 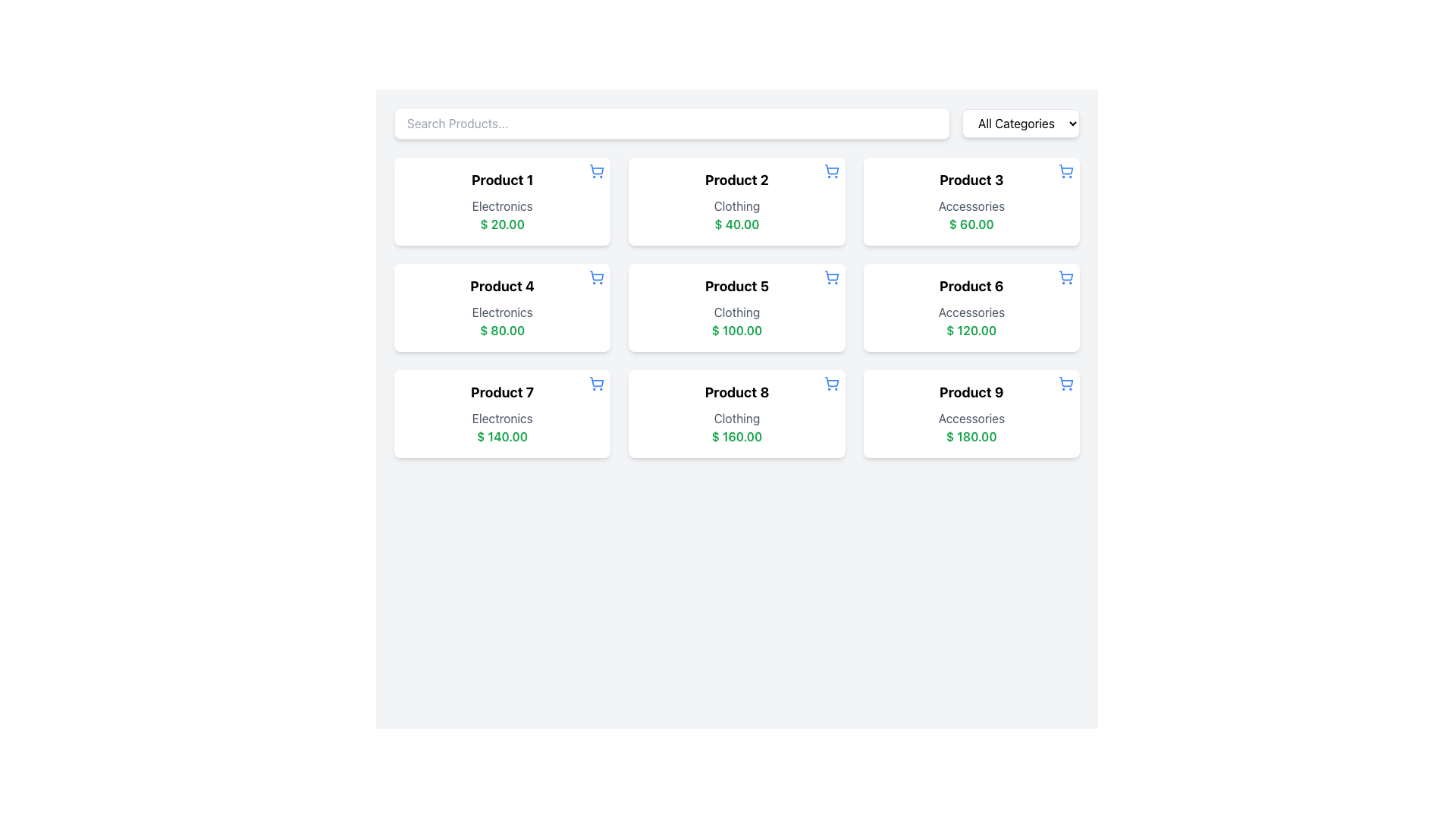 What do you see at coordinates (1021, 122) in the screenshot?
I see `the 'All Categories' dropdown menu located at the top-right corner of the interface` at bounding box center [1021, 122].